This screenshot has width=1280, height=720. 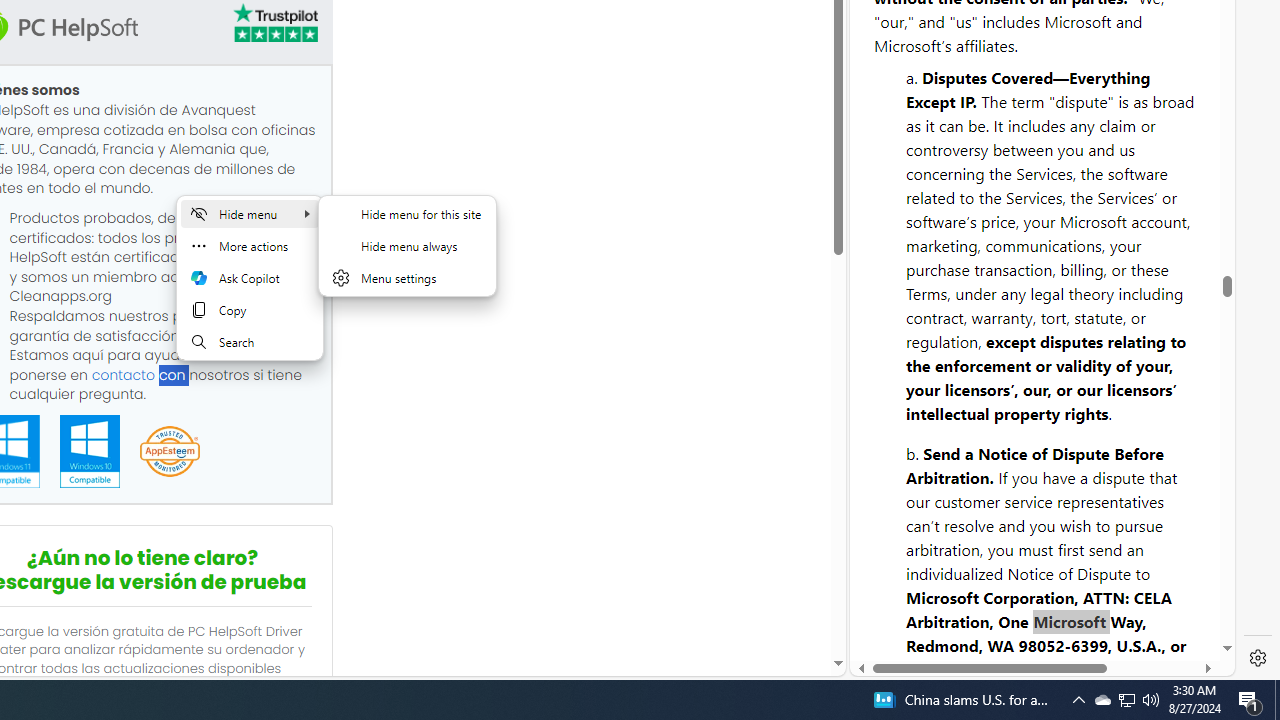 I want to click on 'Mini menu on text selection', so click(x=249, y=290).